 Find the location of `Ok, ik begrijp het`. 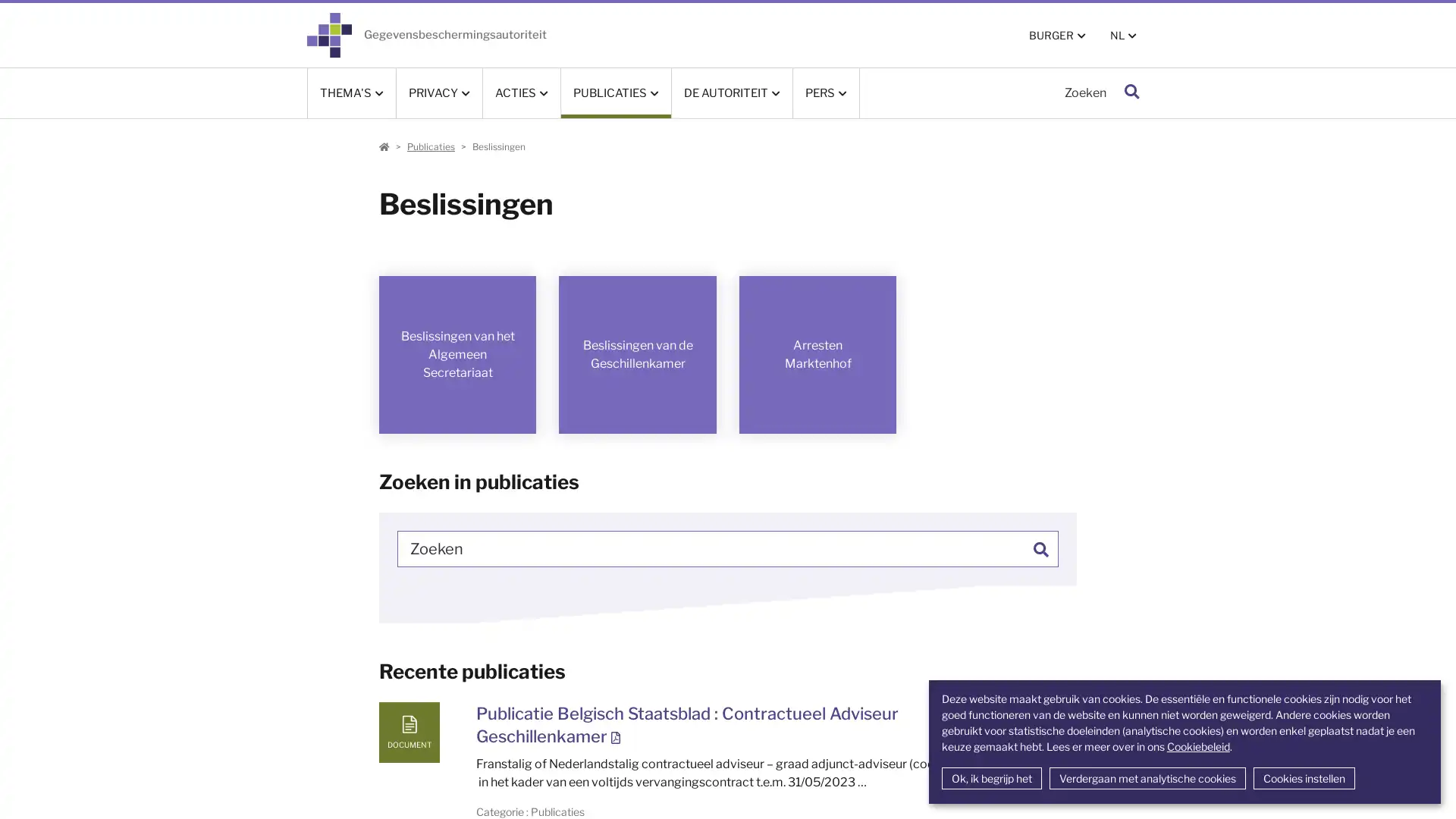

Ok, ik begrijp het is located at coordinates (990, 778).